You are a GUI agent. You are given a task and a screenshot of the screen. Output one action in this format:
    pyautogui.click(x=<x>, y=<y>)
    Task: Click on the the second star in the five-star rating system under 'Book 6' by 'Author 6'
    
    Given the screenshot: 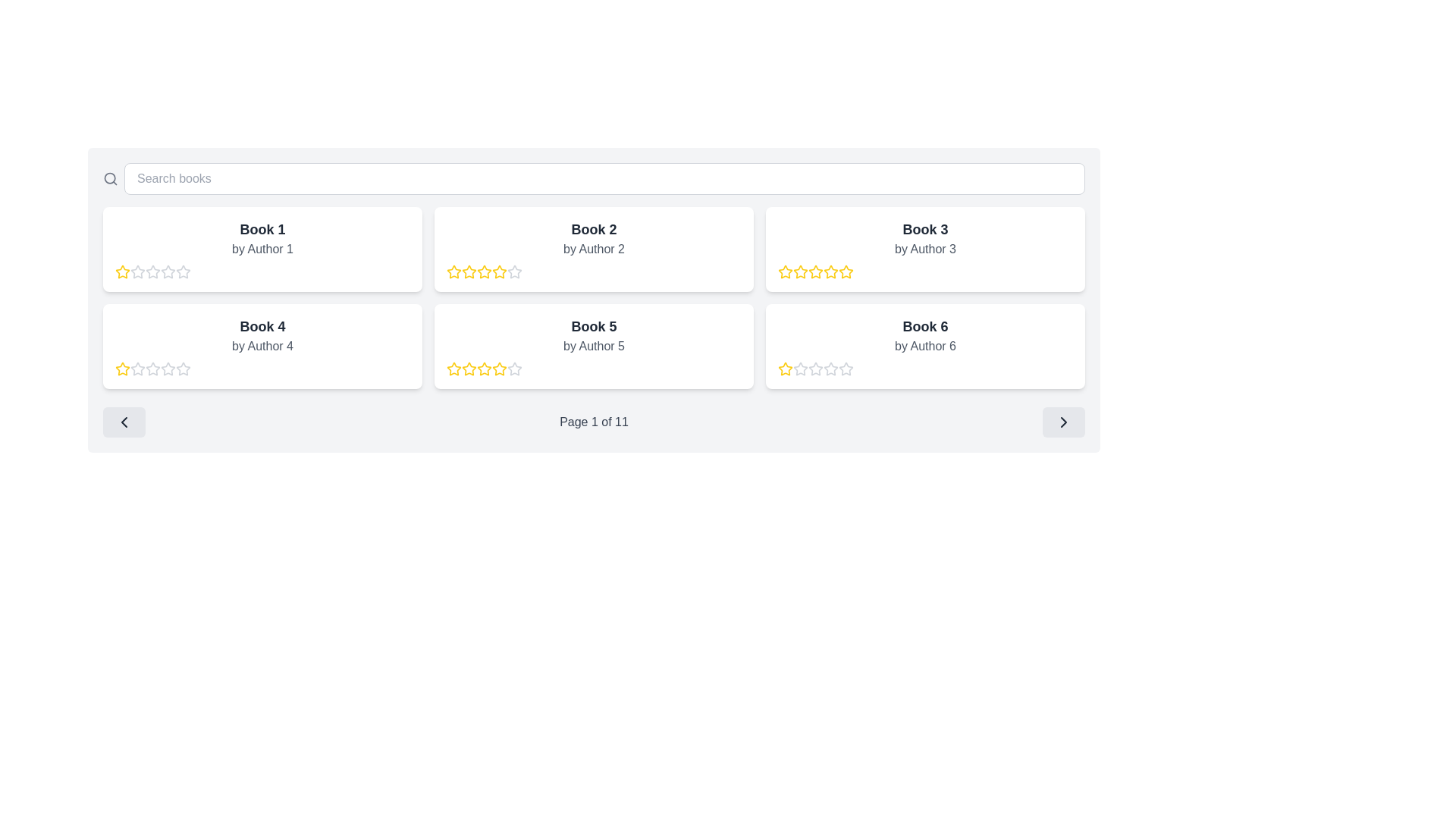 What is the action you would take?
    pyautogui.click(x=830, y=369)
    